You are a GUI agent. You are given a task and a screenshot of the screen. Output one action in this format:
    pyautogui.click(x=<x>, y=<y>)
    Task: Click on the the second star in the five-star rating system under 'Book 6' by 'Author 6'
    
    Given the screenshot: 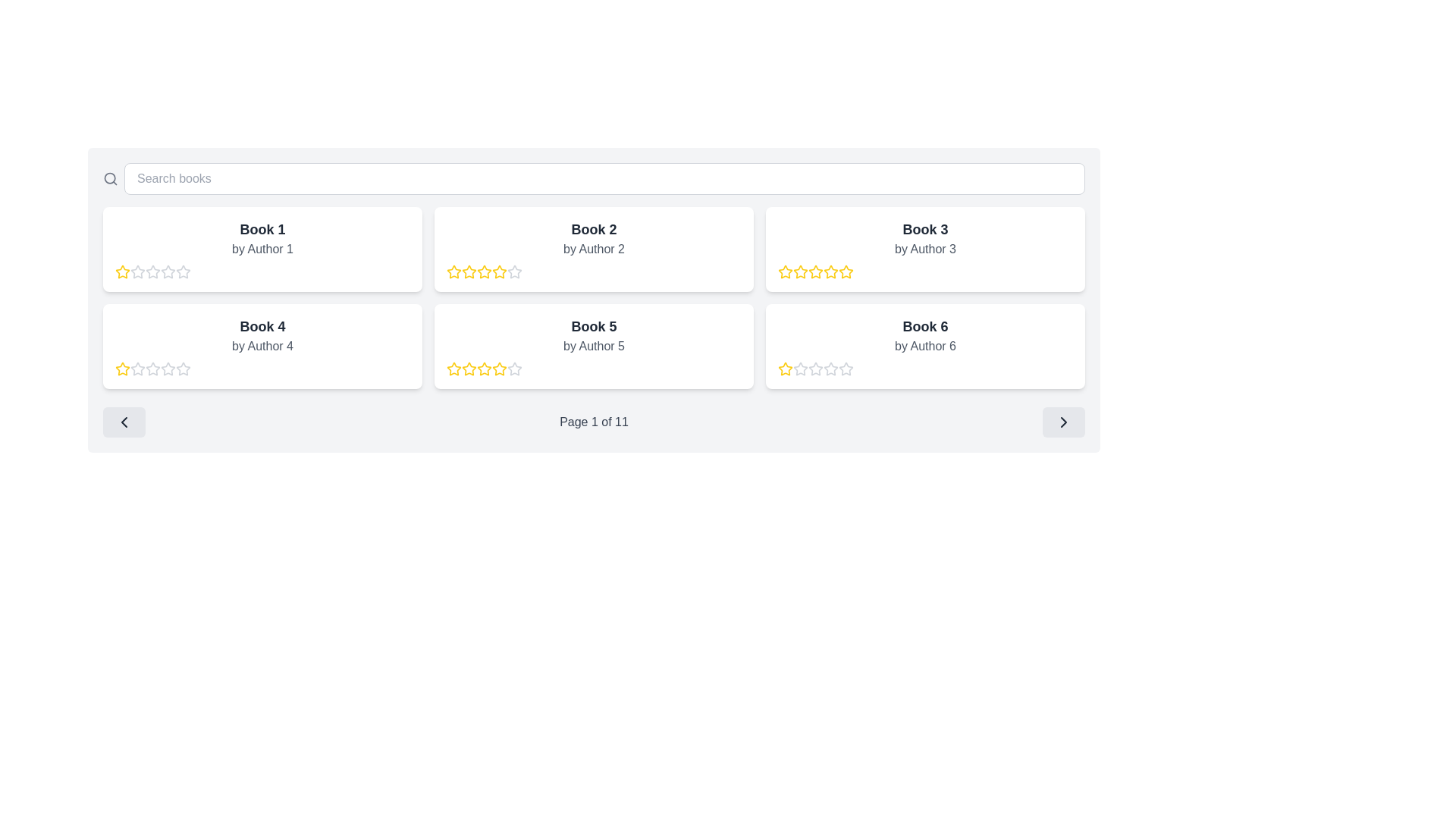 What is the action you would take?
    pyautogui.click(x=830, y=369)
    